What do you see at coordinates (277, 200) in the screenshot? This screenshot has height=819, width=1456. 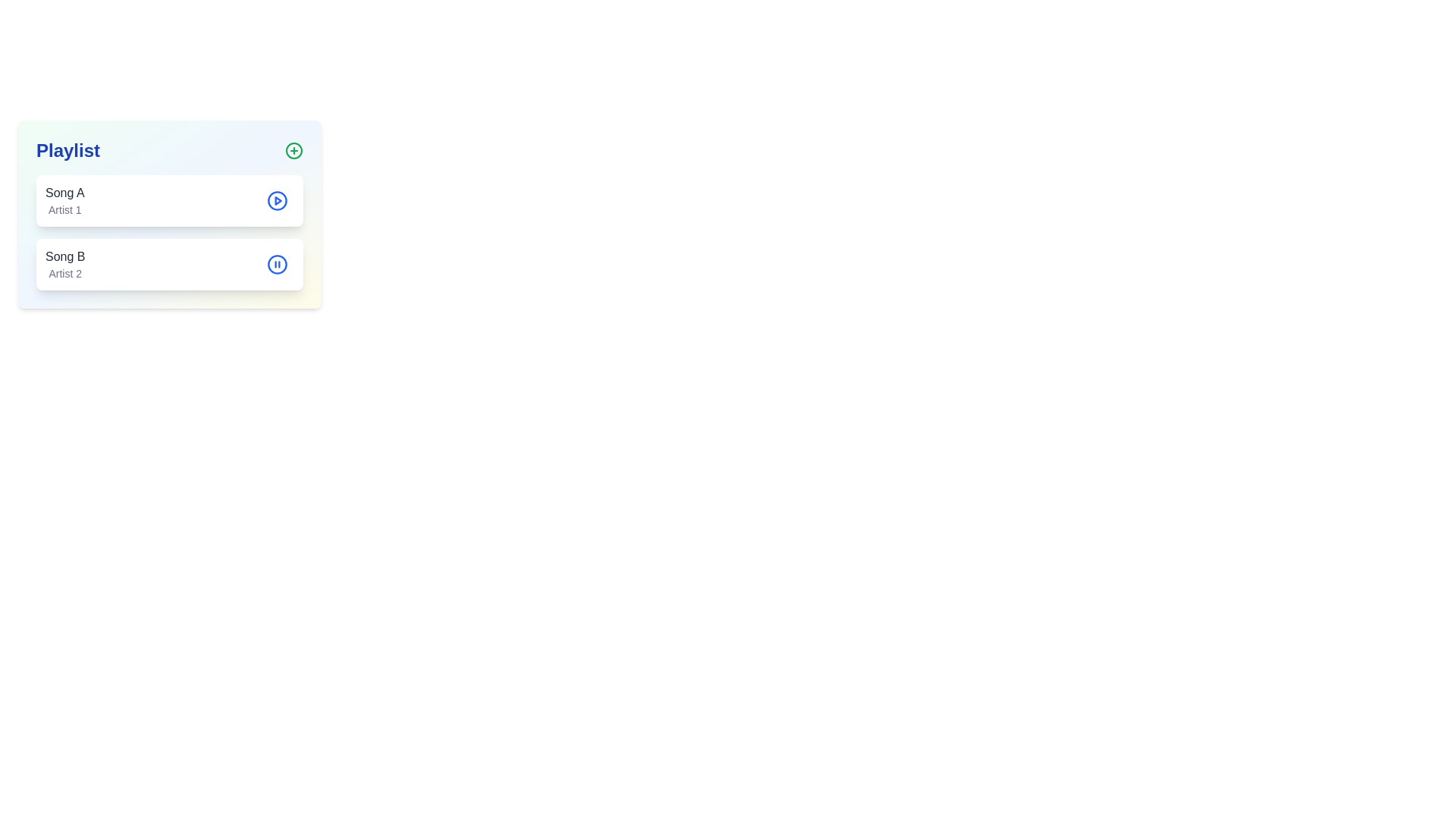 I see `the circular play button icon with a blue outline and white background, located to the right of 'Song A' in the playlist, to play the associated song` at bounding box center [277, 200].